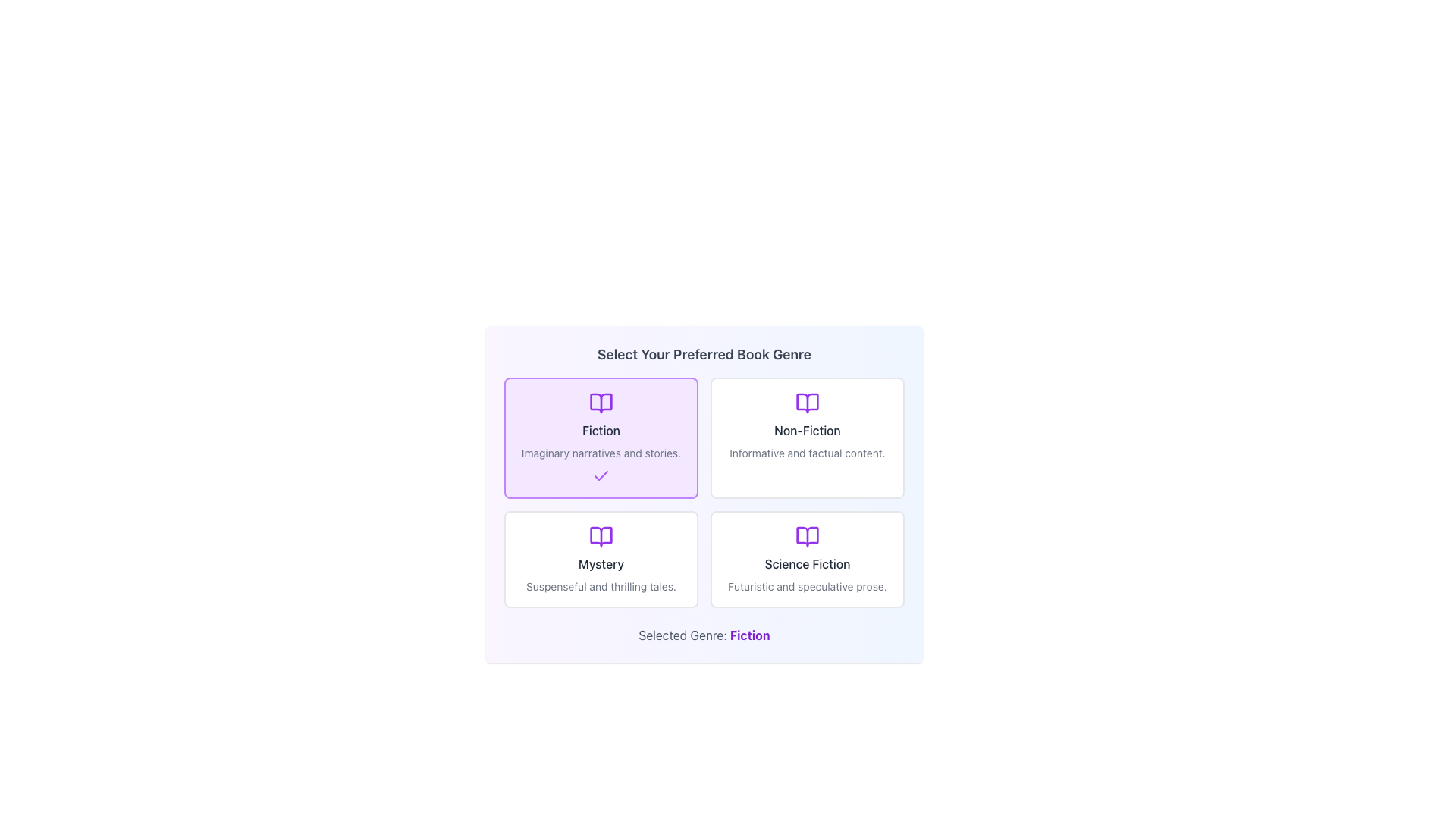  I want to click on the Science Fiction genre icon located at the bottom-right corner of the main selection panel, so click(807, 536).